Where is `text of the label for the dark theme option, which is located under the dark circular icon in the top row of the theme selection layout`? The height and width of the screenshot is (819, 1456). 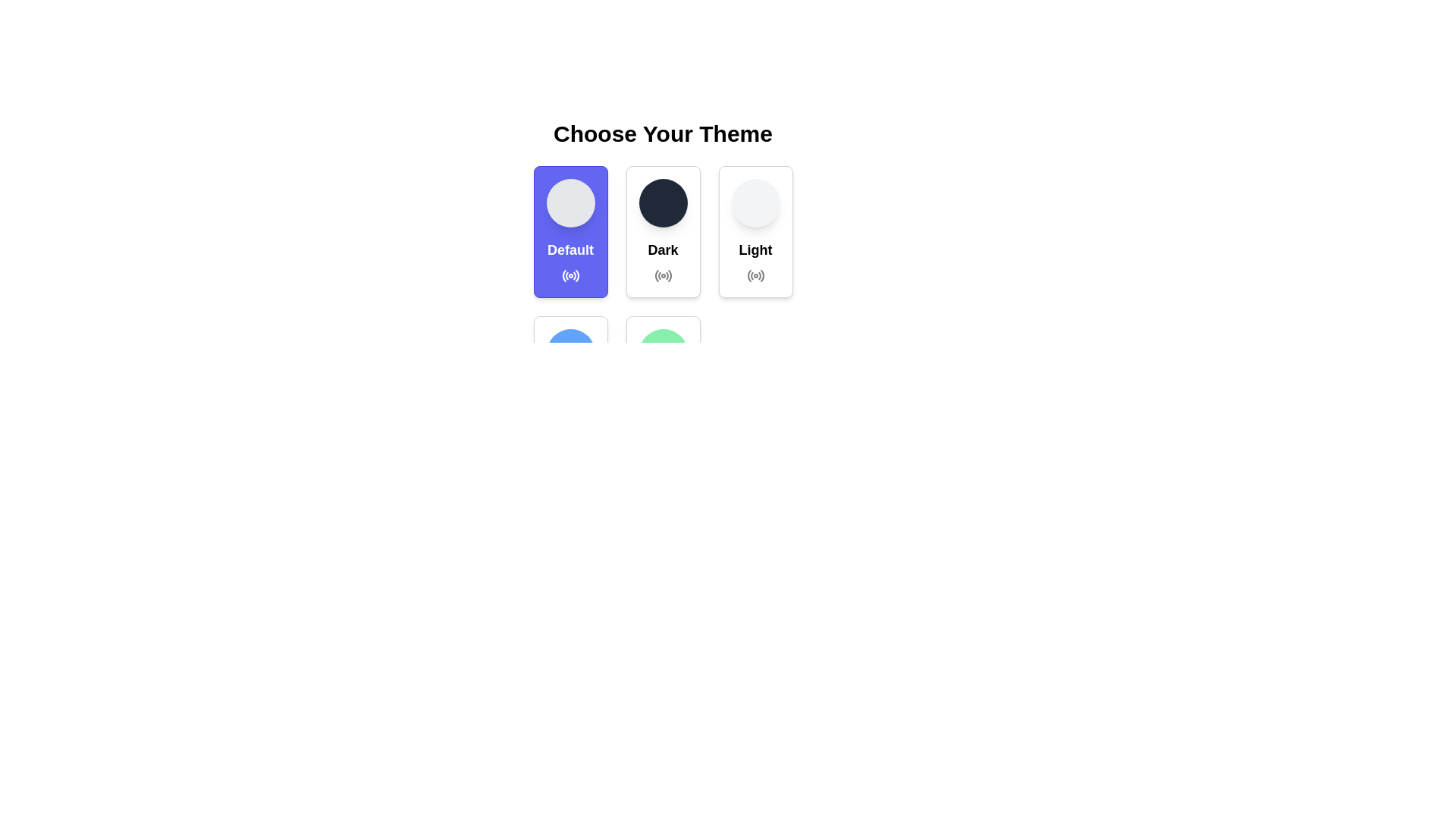
text of the label for the dark theme option, which is located under the dark circular icon in the top row of the theme selection layout is located at coordinates (663, 249).